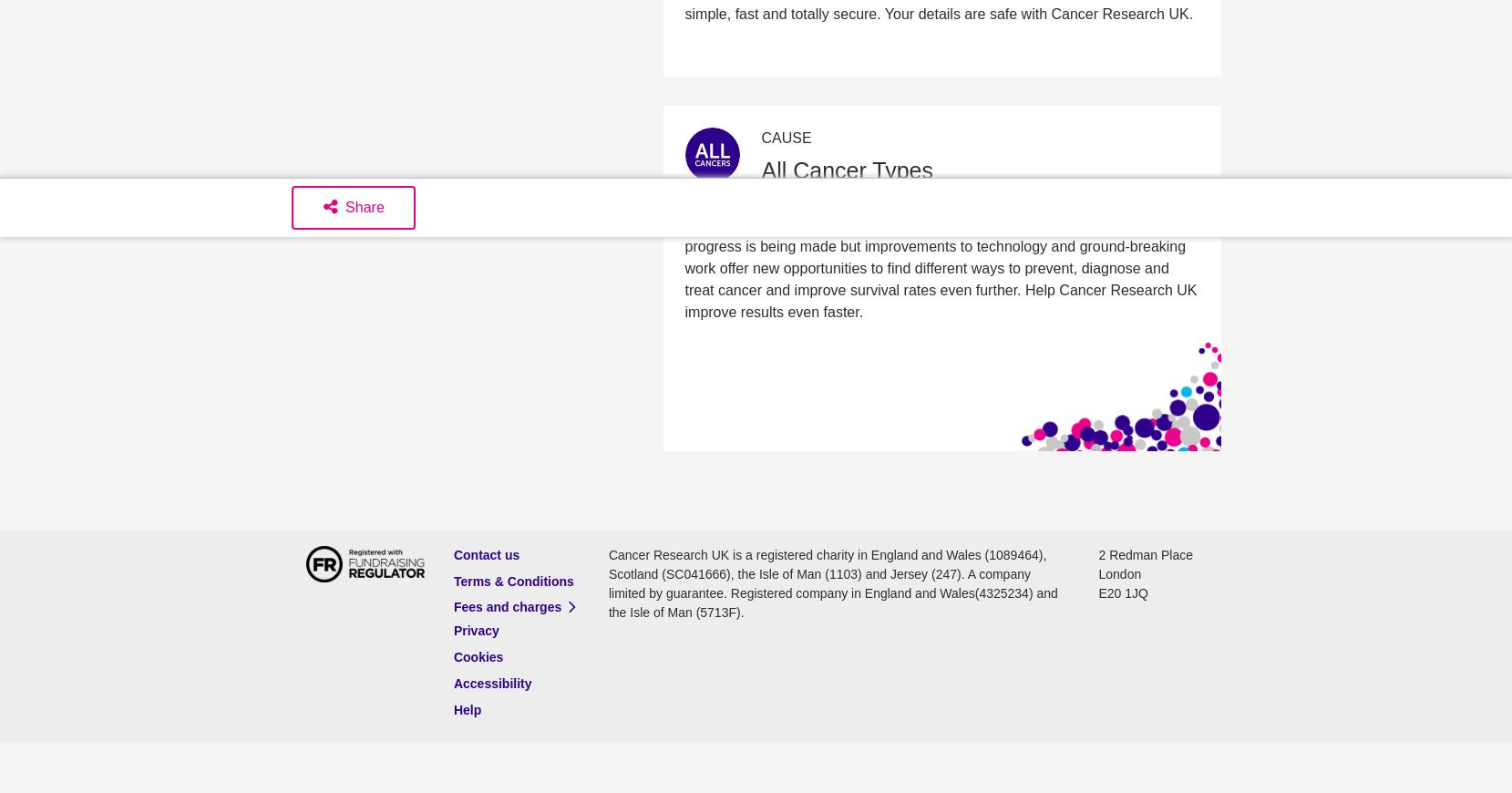 The height and width of the screenshot is (793, 1512). What do you see at coordinates (474, 630) in the screenshot?
I see `'Privacy'` at bounding box center [474, 630].